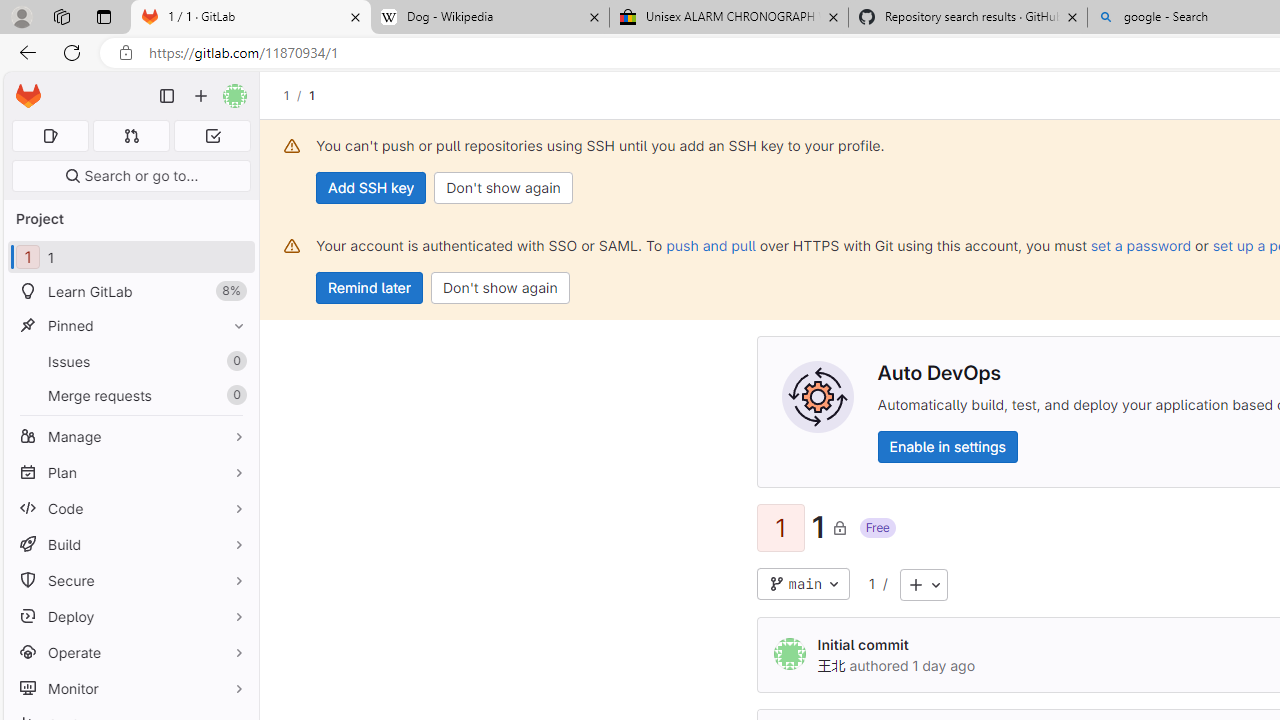  Describe the element at coordinates (369, 288) in the screenshot. I see `'Remind later'` at that location.